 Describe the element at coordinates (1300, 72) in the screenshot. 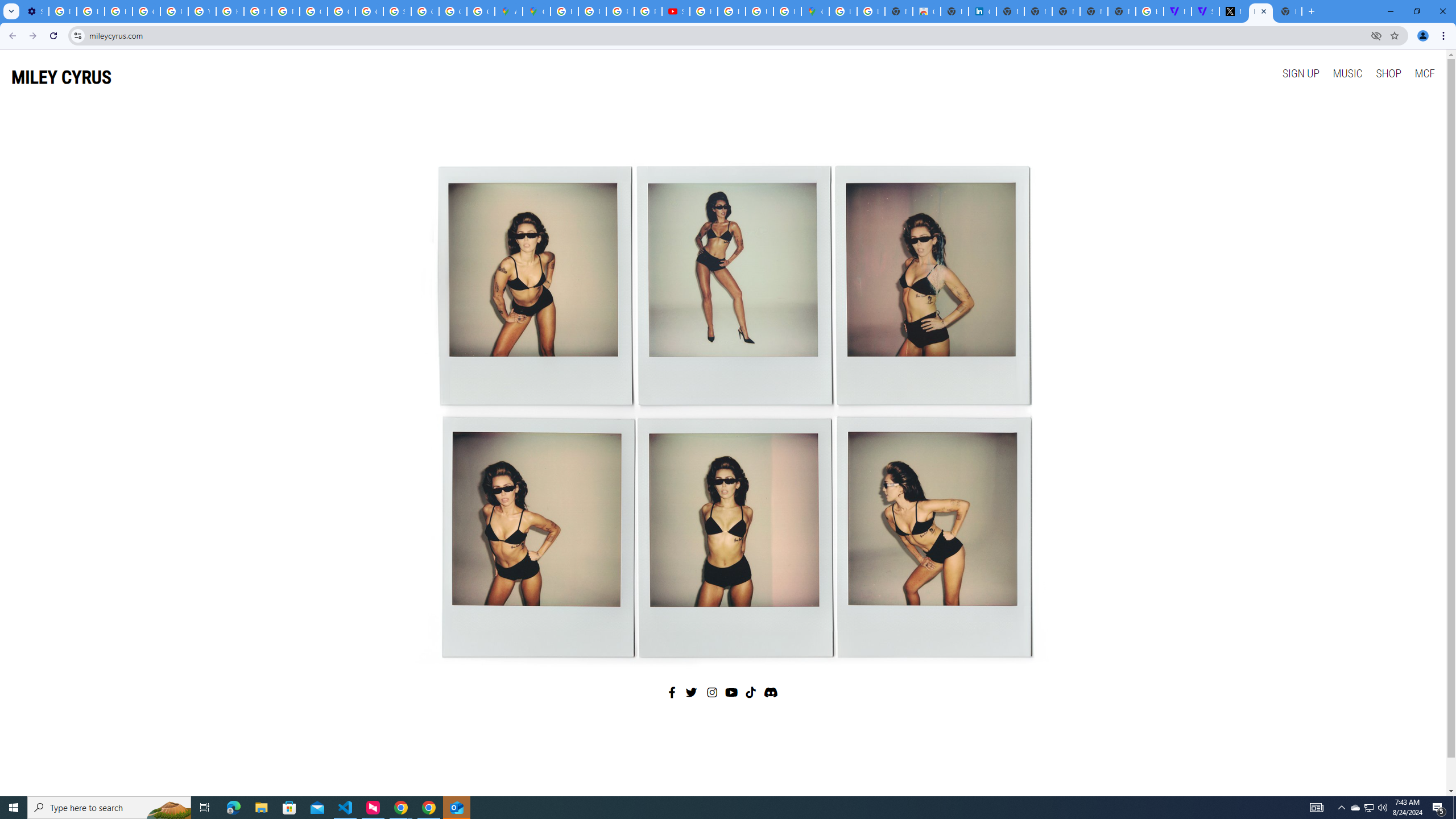

I see `'SIGN UP'` at that location.